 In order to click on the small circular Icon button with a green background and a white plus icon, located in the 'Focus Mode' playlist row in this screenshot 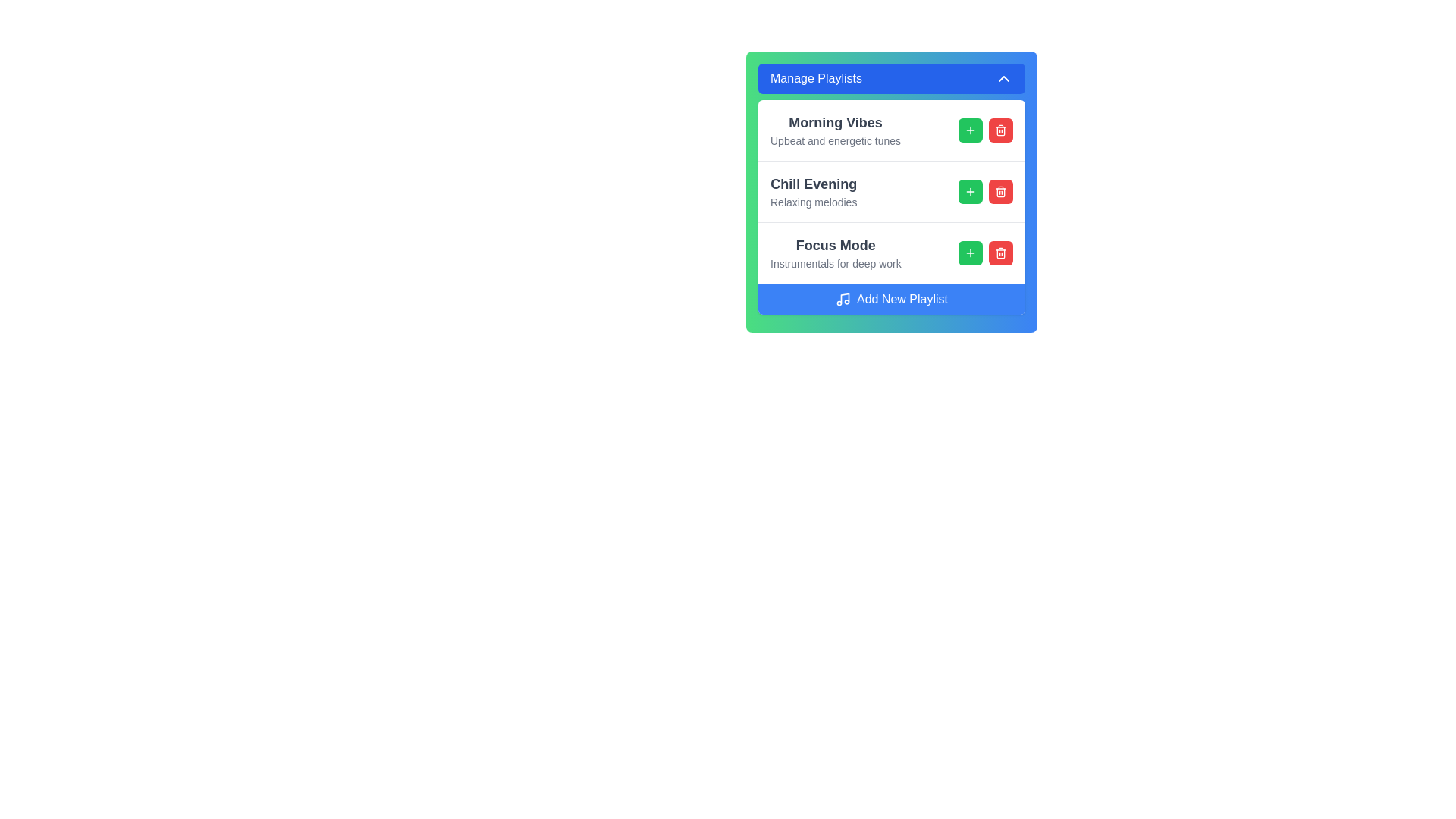, I will do `click(971, 253)`.